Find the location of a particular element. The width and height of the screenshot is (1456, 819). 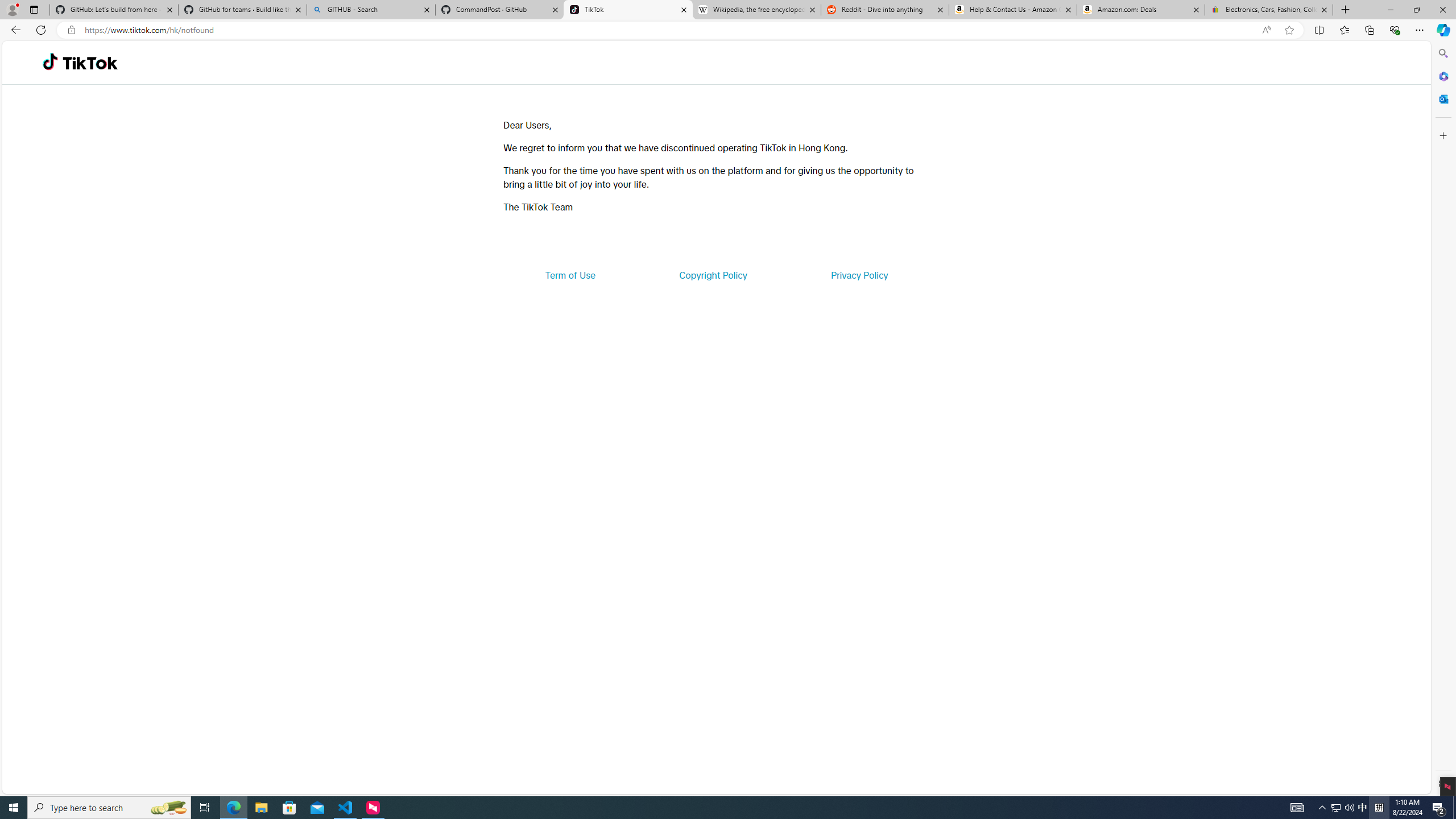

'Copyright Policy' is located at coordinates (712, 274).